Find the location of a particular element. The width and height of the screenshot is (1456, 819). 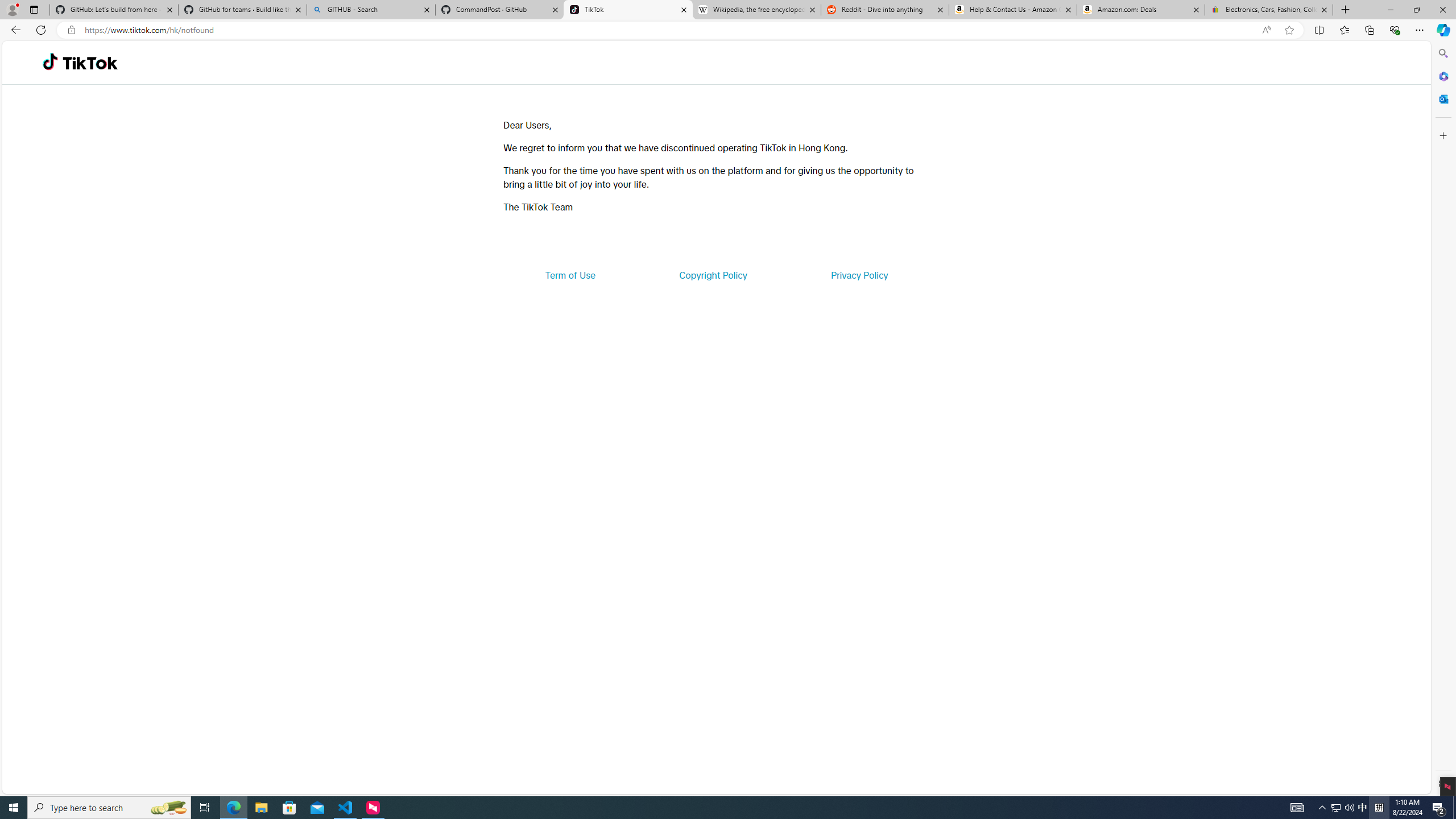

'Copyright Policy' is located at coordinates (712, 274).